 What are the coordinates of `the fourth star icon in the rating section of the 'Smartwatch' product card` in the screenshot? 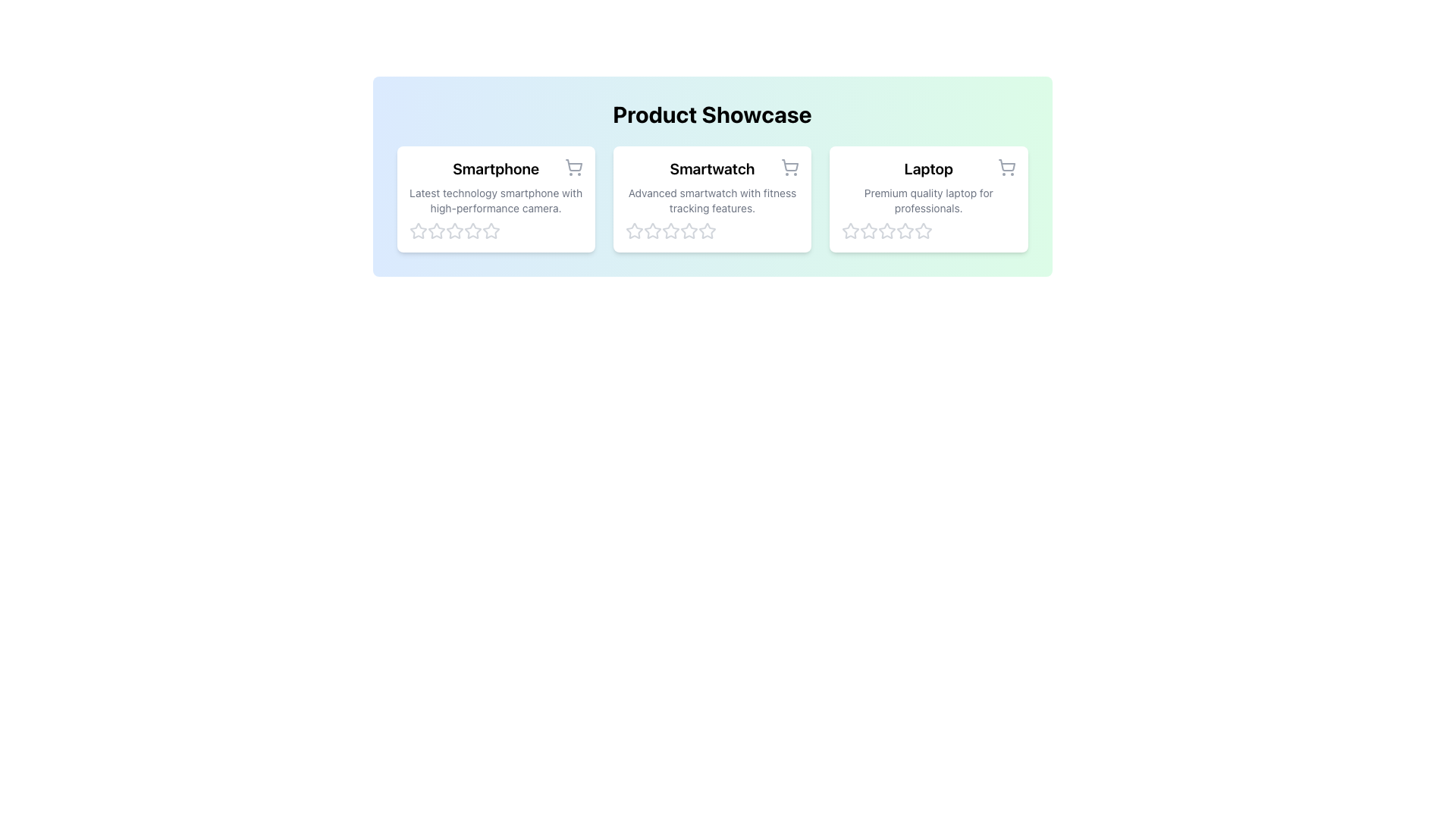 It's located at (688, 231).